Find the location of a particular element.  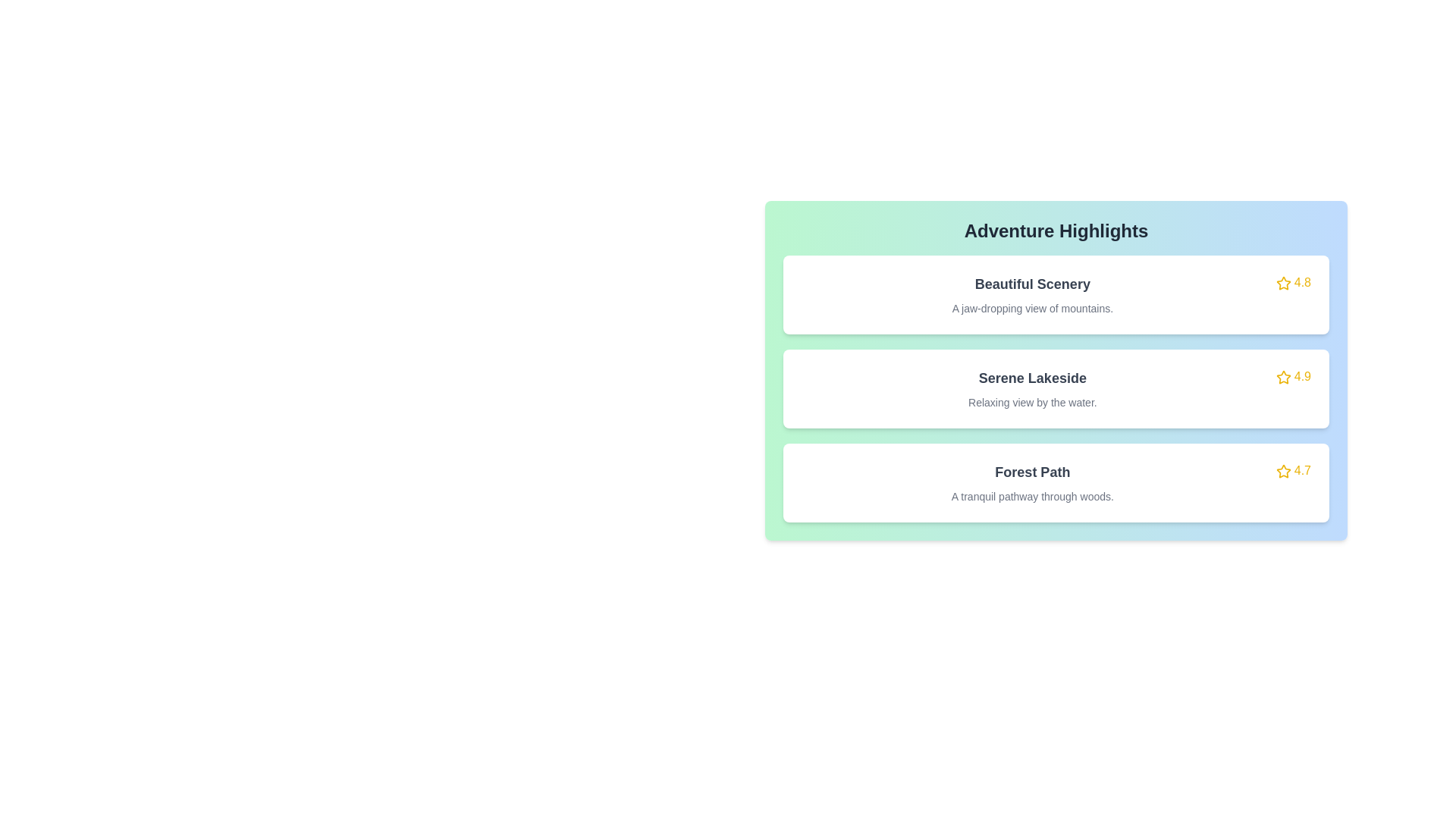

the list item Serene Lakeside to observe its hover effect is located at coordinates (1055, 388).